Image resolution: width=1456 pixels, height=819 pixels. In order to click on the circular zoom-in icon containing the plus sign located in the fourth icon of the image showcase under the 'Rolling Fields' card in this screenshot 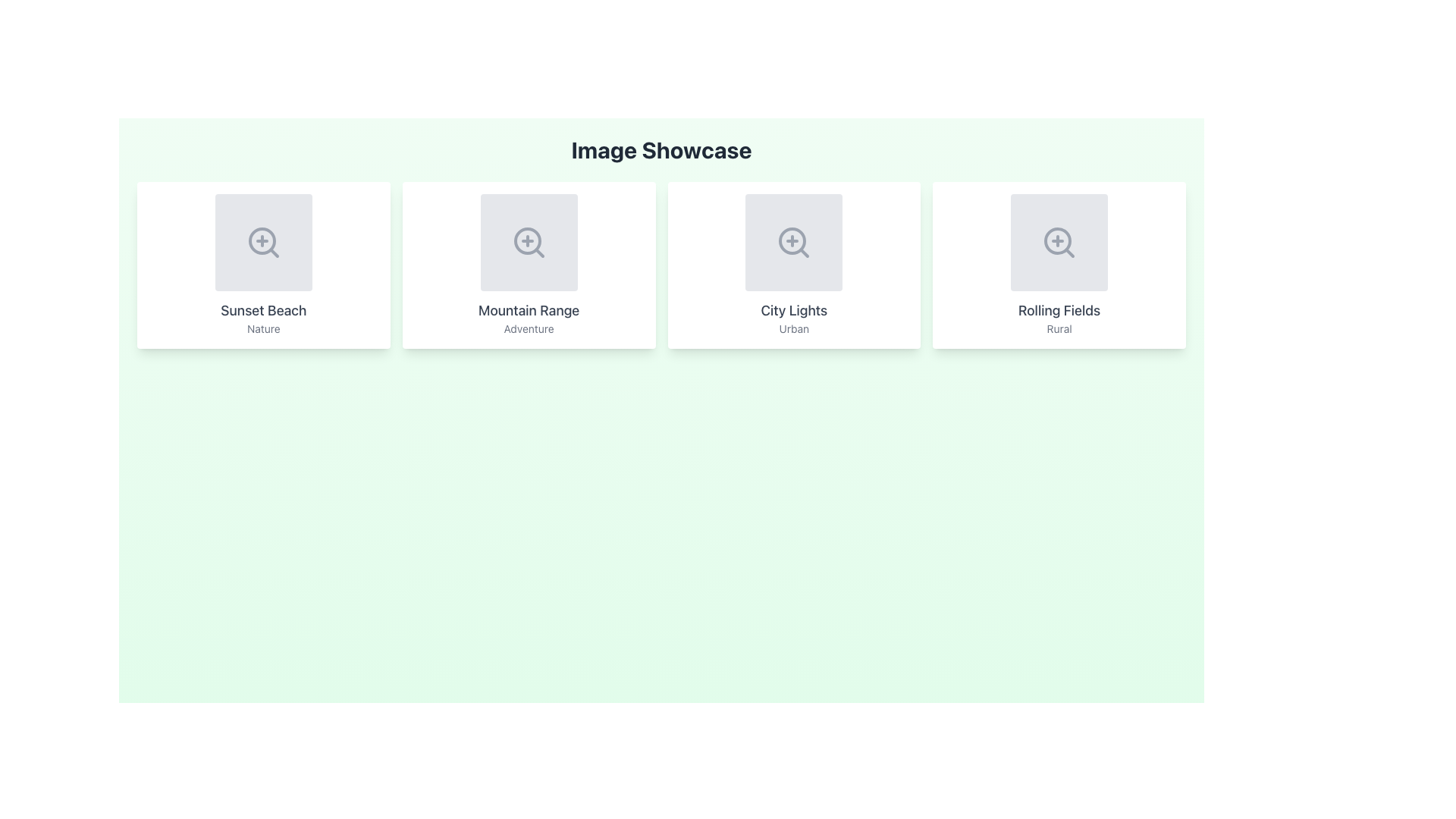, I will do `click(1057, 240)`.